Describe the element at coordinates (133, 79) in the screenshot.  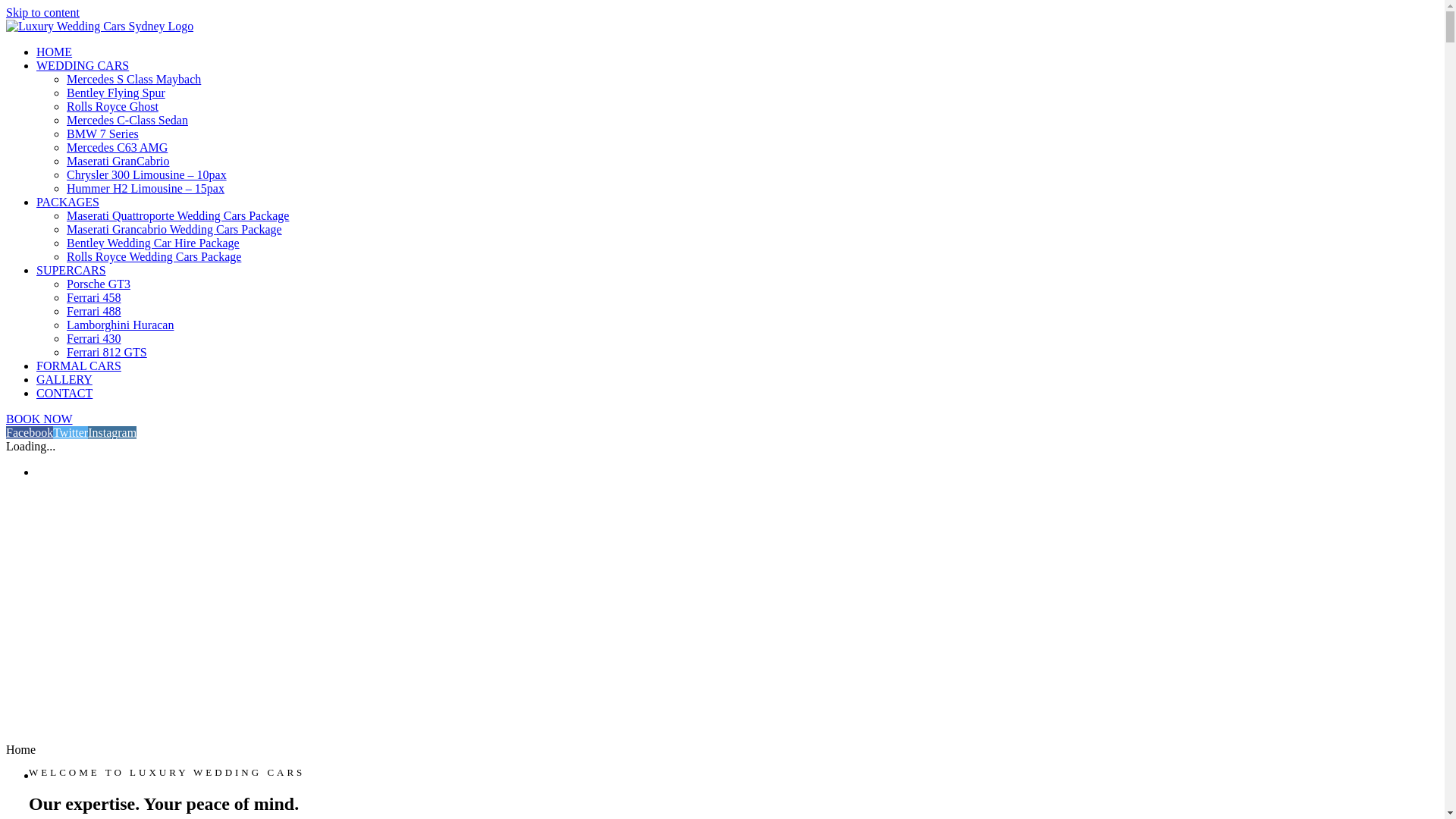
I see `'Mercedes S Class Maybach'` at that location.